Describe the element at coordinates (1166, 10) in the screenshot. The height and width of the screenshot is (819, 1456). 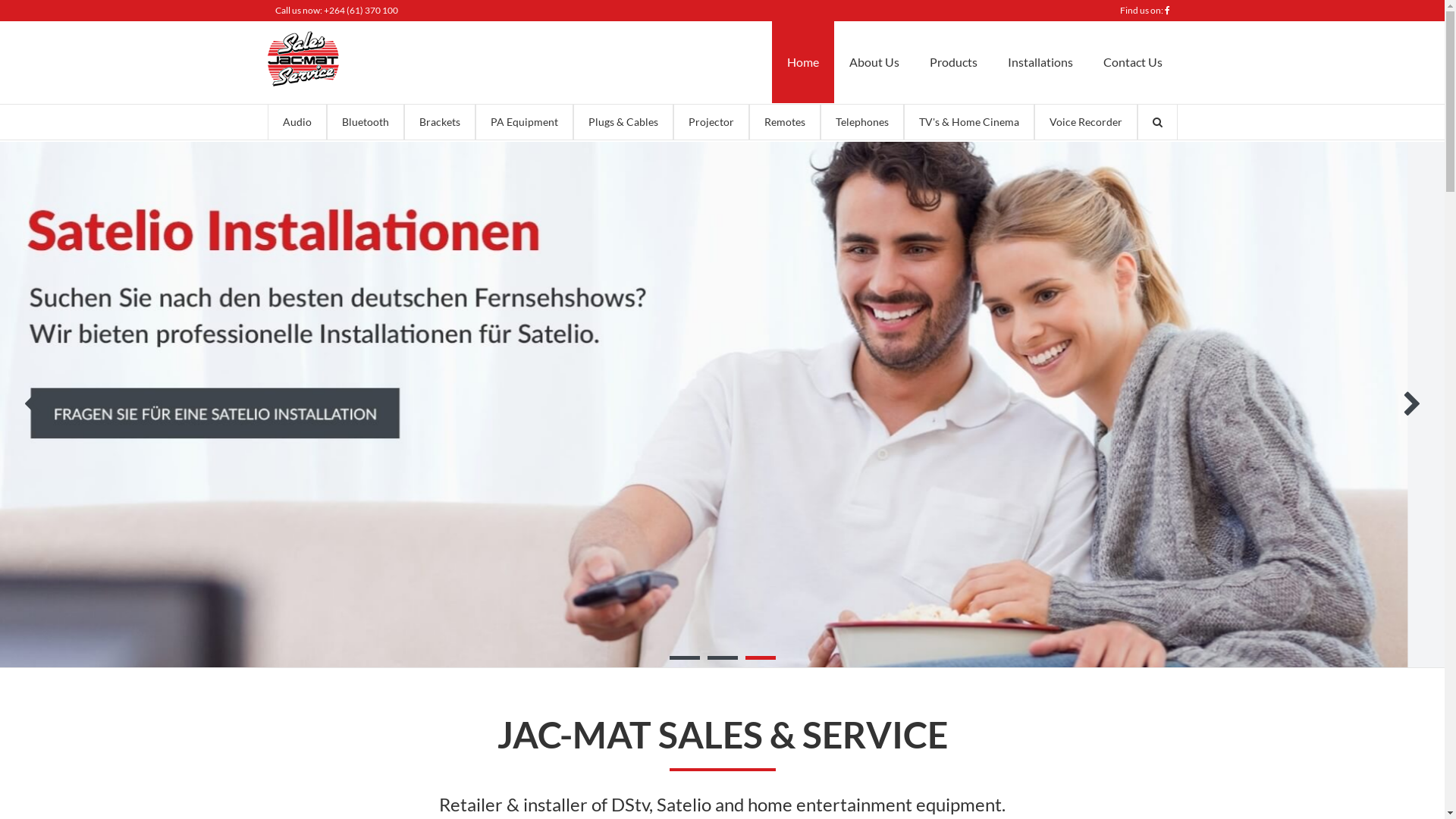
I see `'Like us on Facebook'` at that location.